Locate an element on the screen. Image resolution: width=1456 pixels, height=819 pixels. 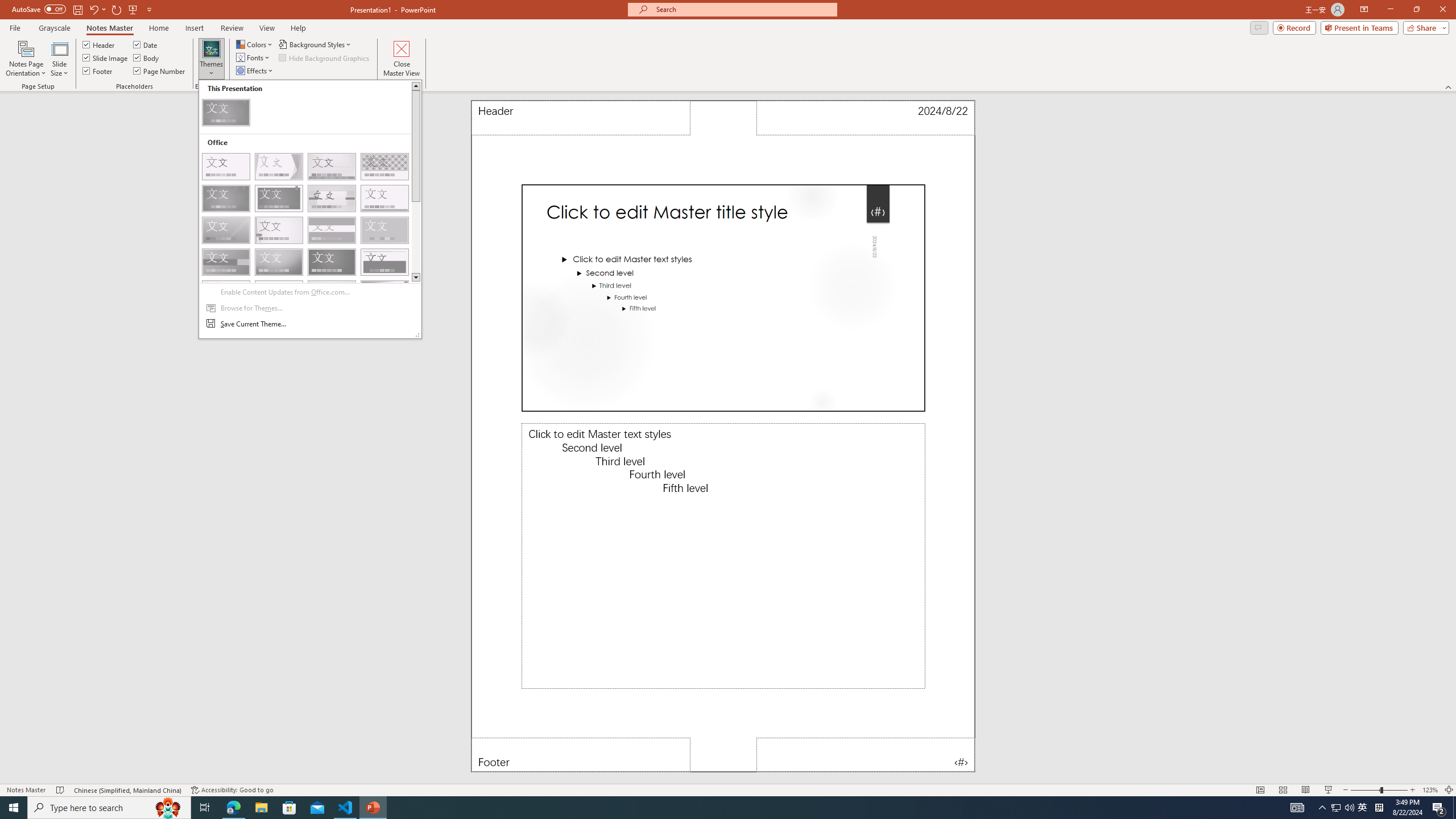
'Themes' is located at coordinates (210, 59).